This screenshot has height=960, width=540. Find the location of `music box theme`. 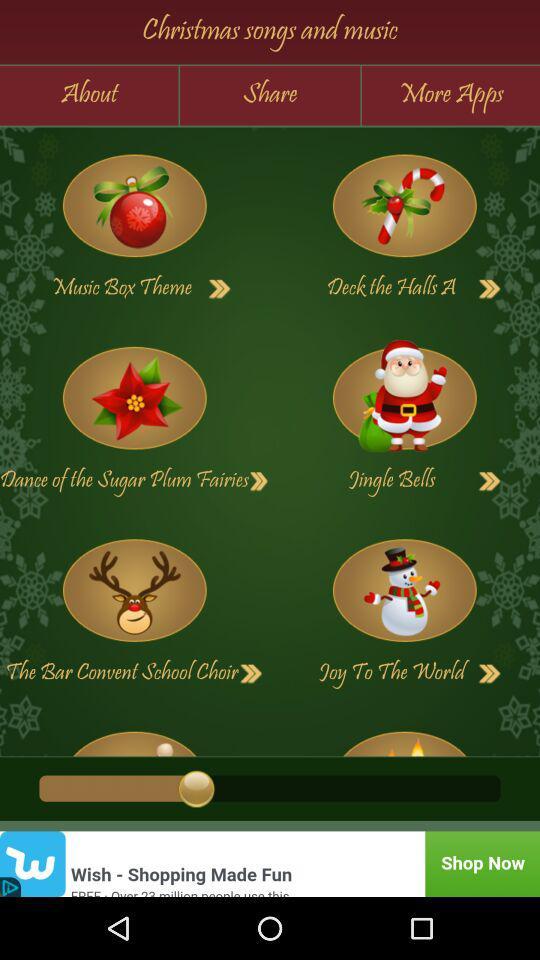

music box theme is located at coordinates (219, 288).